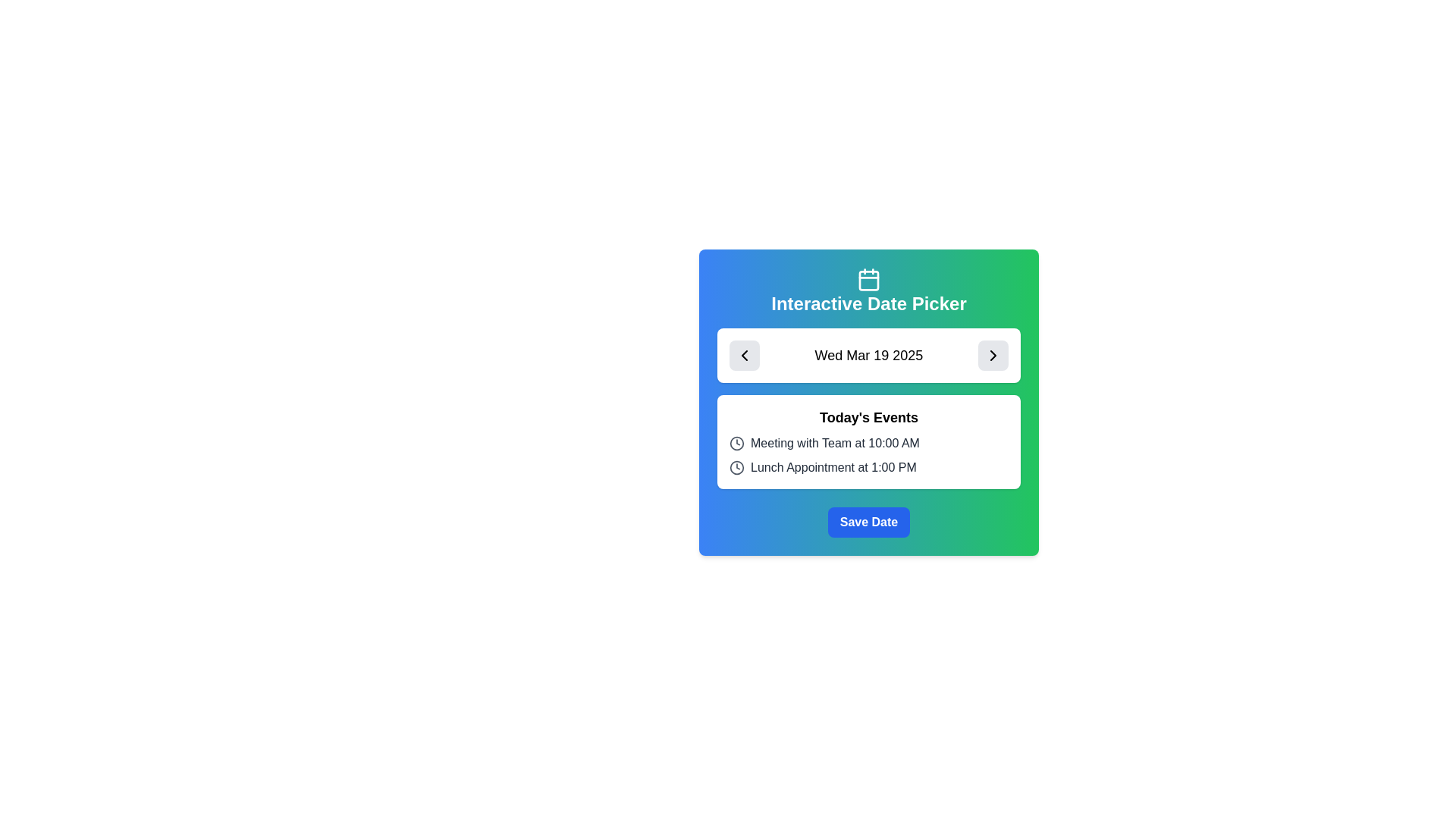 The image size is (1456, 819). I want to click on the rightward-pointing chevron icon button located to the far right of the date text 'Wed Mar 19 2025', so click(993, 356).